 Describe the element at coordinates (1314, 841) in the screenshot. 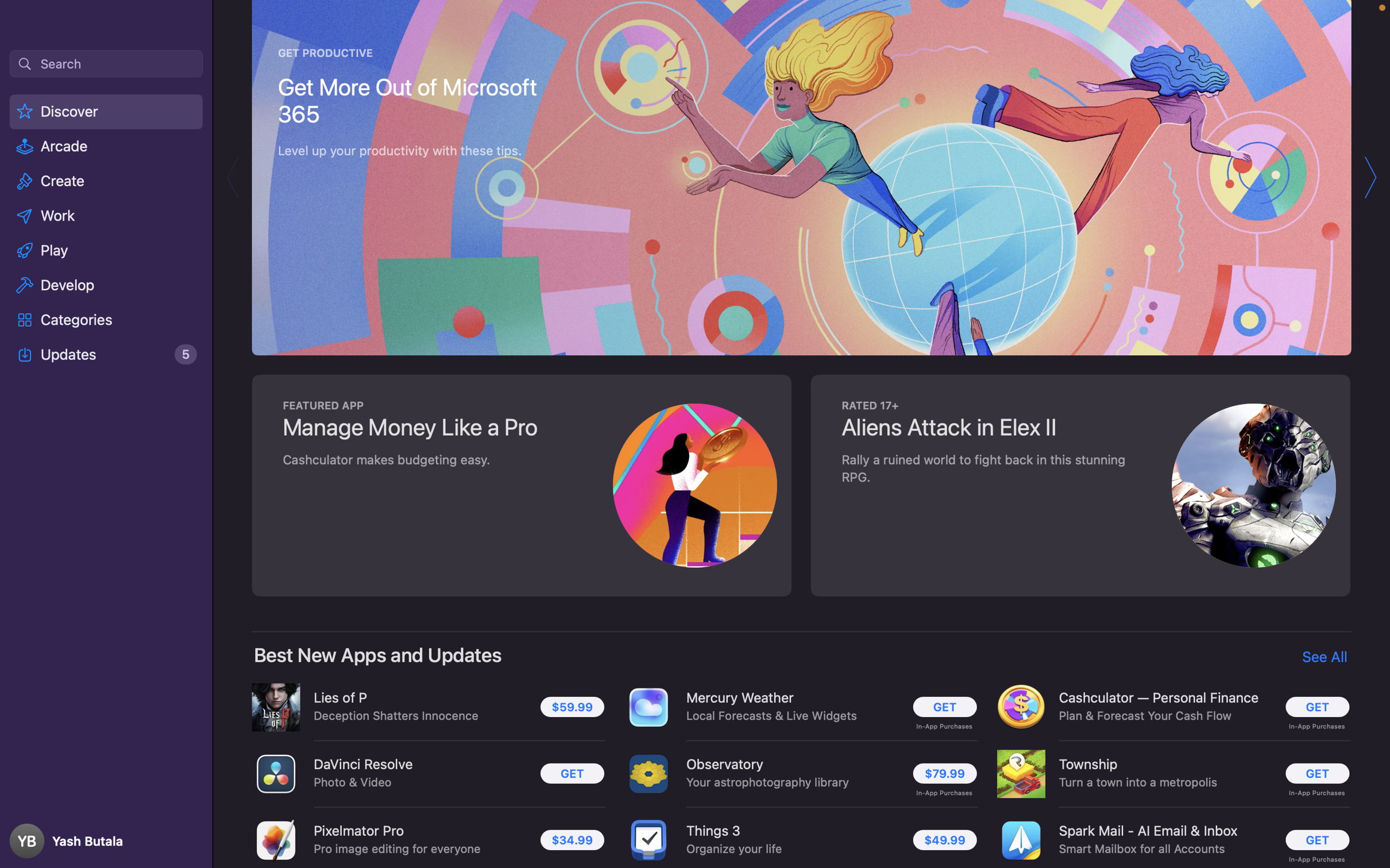

I see `Install the "Spark Mail - AI Email & Inbox" application` at that location.